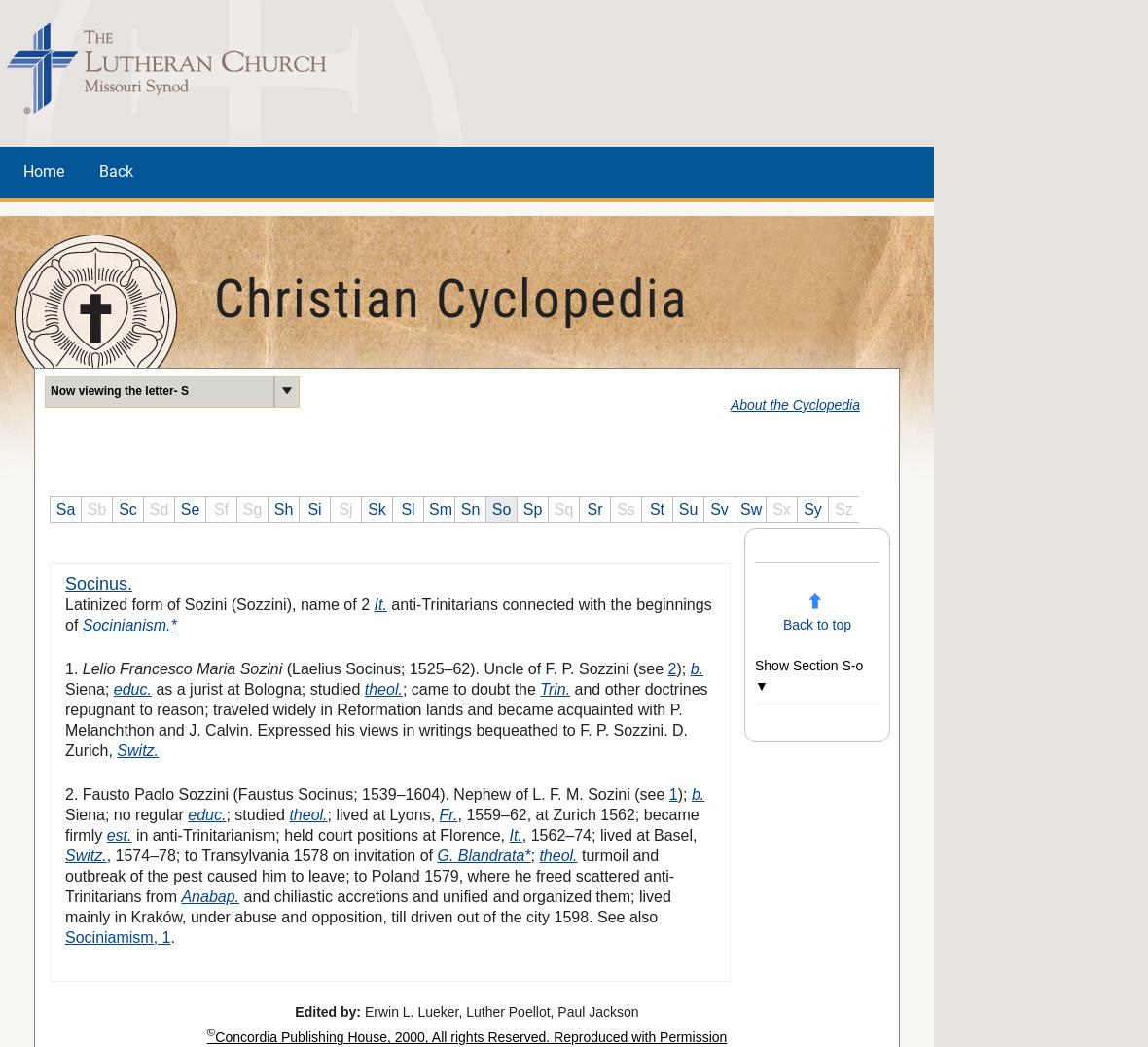 Image resolution: width=1148 pixels, height=1047 pixels. Describe the element at coordinates (384, 717) in the screenshot. I see `'and other doctrines repugnant to reason; traveled widely in Reformation lands and became acquainted with P. Melanchthon and J. Calvin. Expressed his views in writings bequeathed to F. P. Sozzini. D. Zurich,'` at that location.